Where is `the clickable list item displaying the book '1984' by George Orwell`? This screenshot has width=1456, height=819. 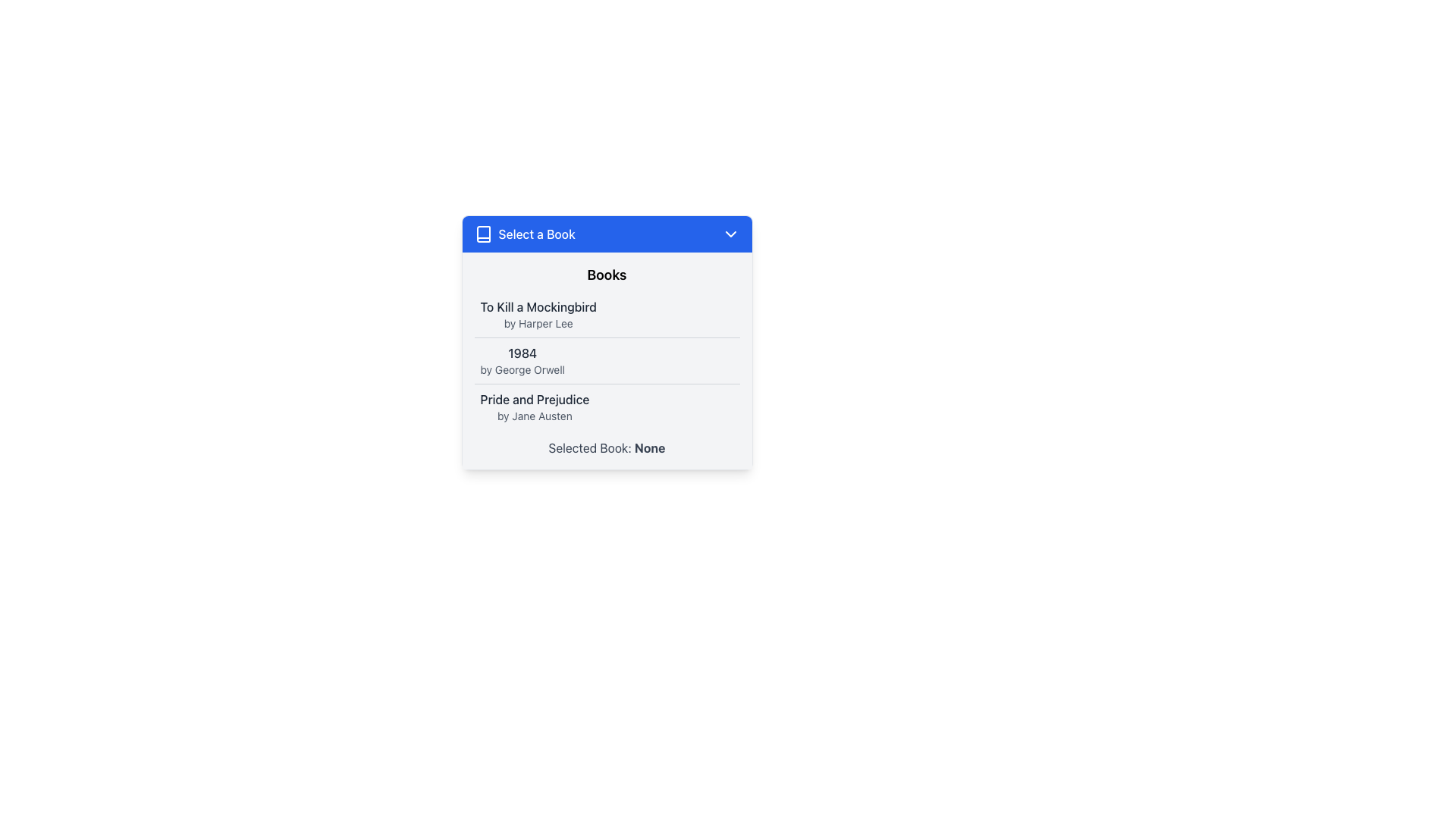 the clickable list item displaying the book '1984' by George Orwell is located at coordinates (607, 360).